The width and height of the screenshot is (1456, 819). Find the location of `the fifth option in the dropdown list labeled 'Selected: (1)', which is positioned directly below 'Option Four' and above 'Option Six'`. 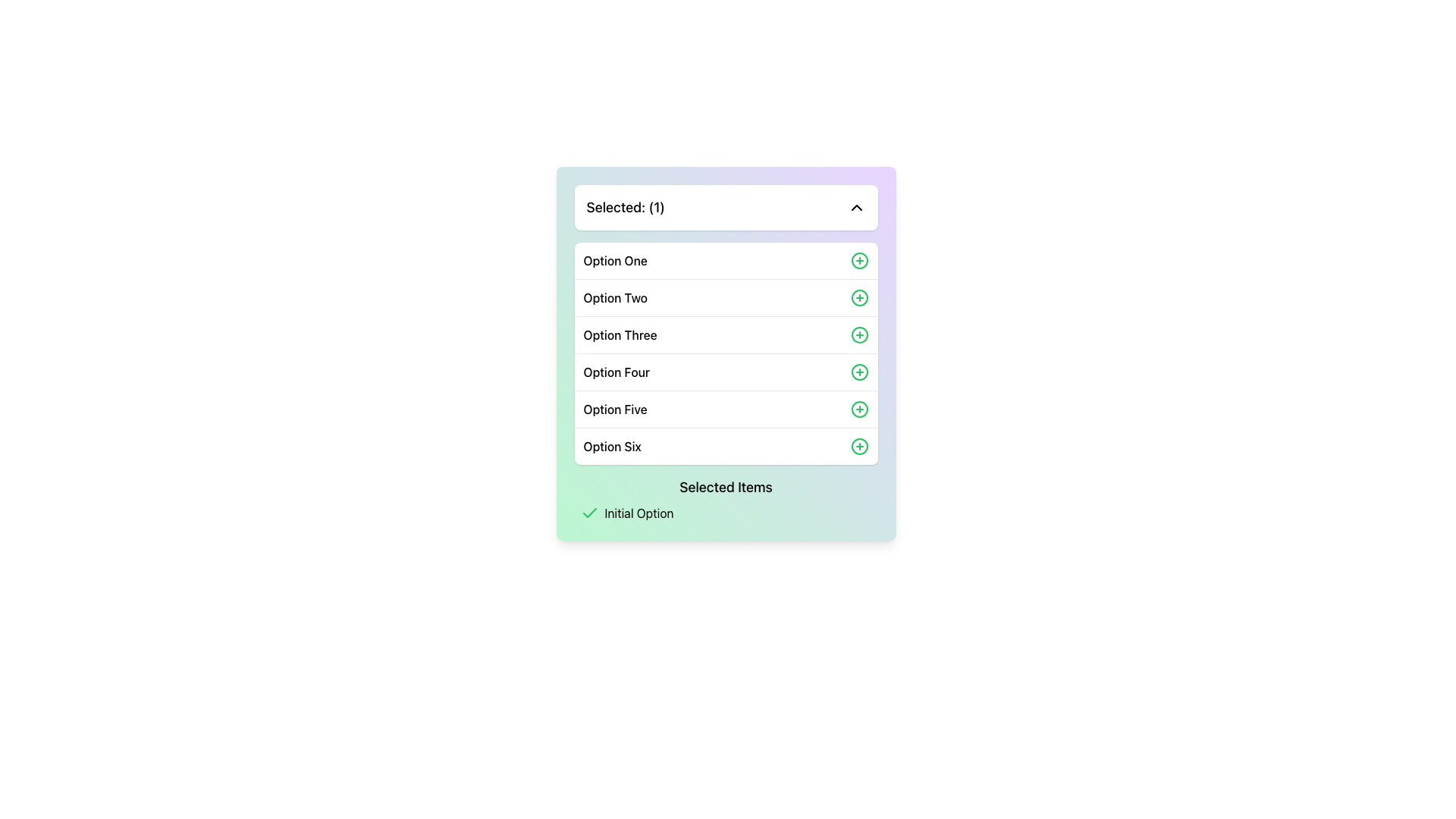

the fifth option in the dropdown list labeled 'Selected: (1)', which is positioned directly below 'Option Four' and above 'Option Six' is located at coordinates (615, 409).